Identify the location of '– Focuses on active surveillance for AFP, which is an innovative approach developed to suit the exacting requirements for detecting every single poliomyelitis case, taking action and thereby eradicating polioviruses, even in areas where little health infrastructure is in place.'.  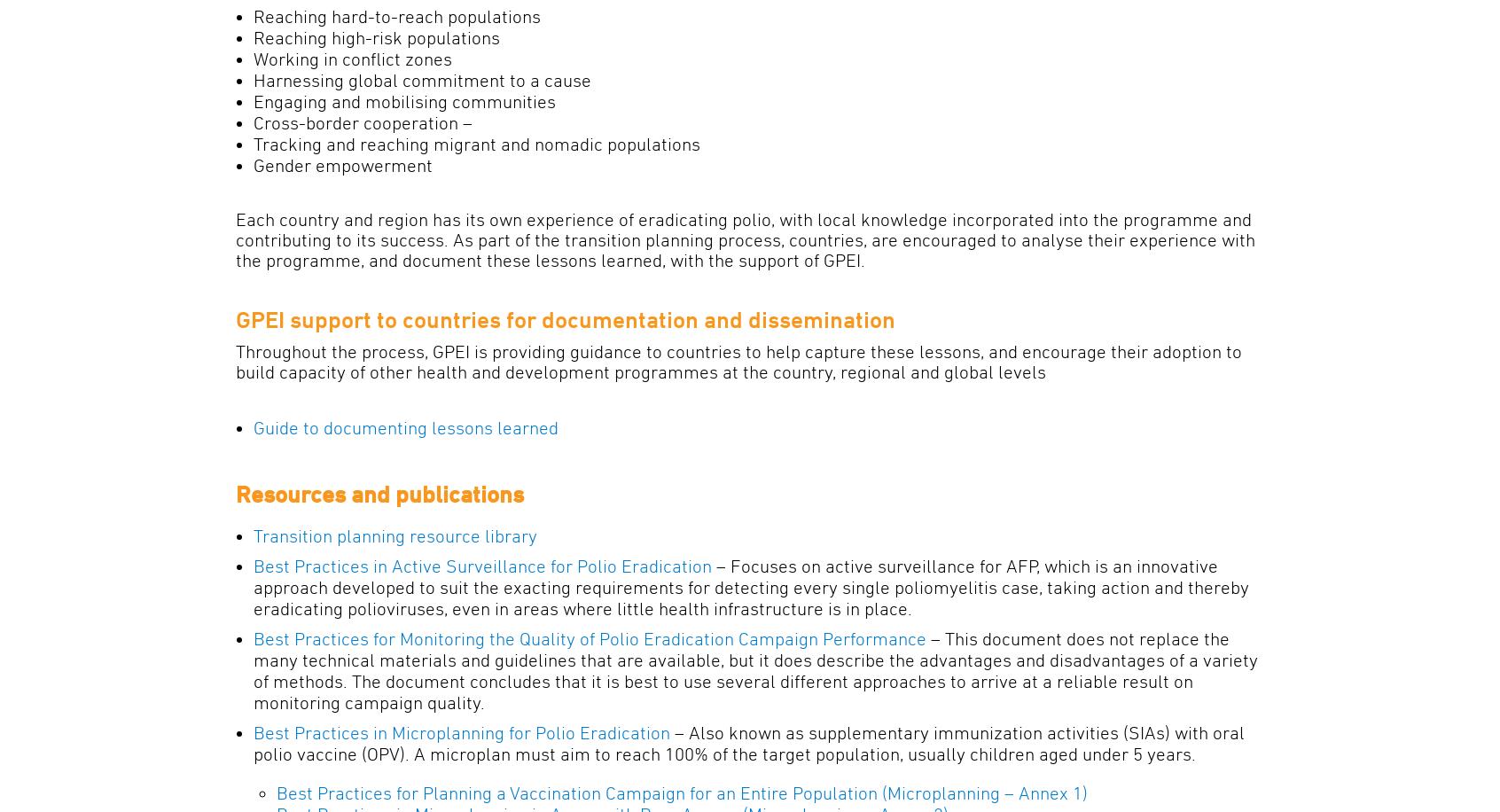
(750, 586).